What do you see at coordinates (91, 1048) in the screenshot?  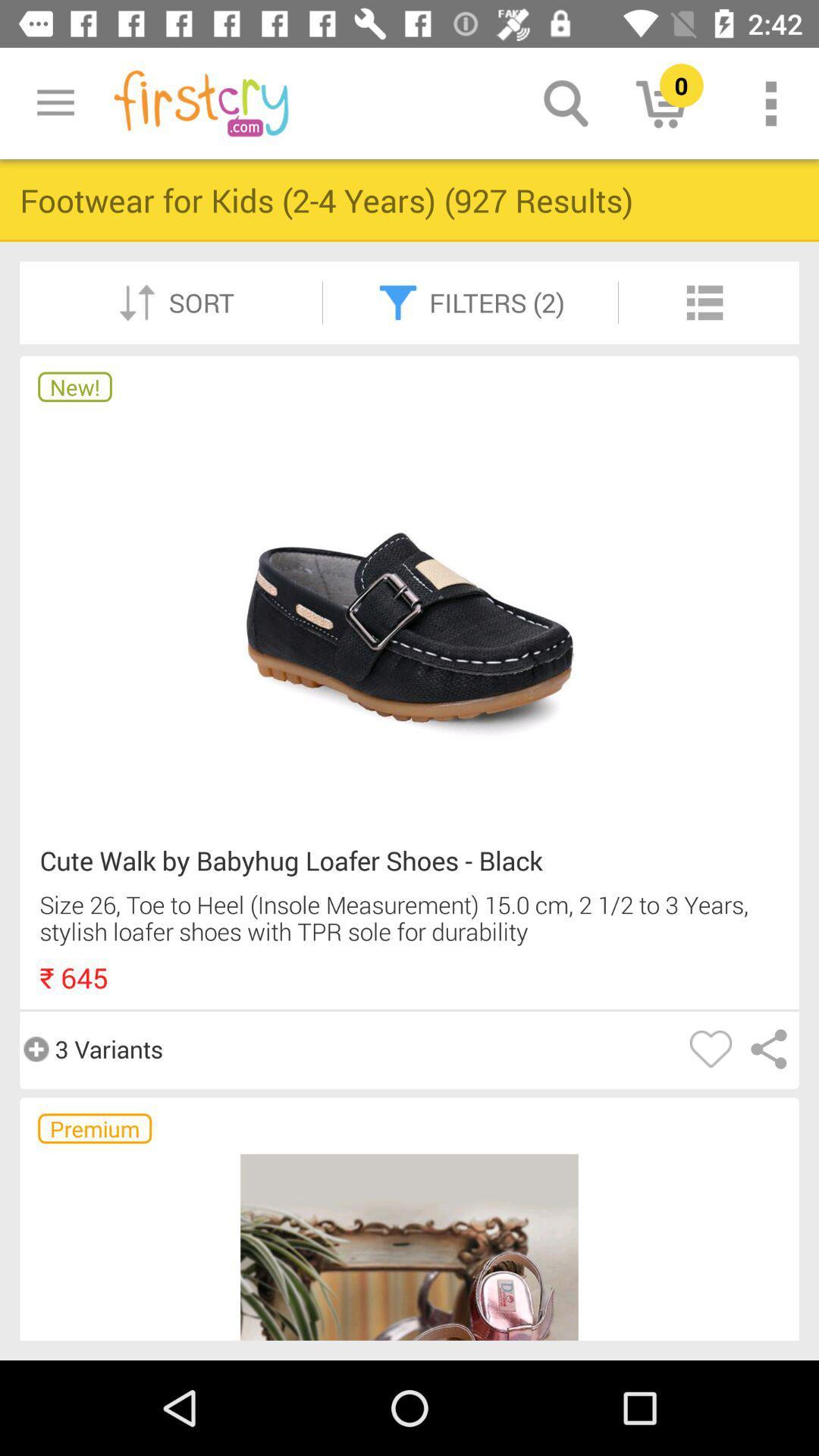 I see `the icon above premium` at bounding box center [91, 1048].